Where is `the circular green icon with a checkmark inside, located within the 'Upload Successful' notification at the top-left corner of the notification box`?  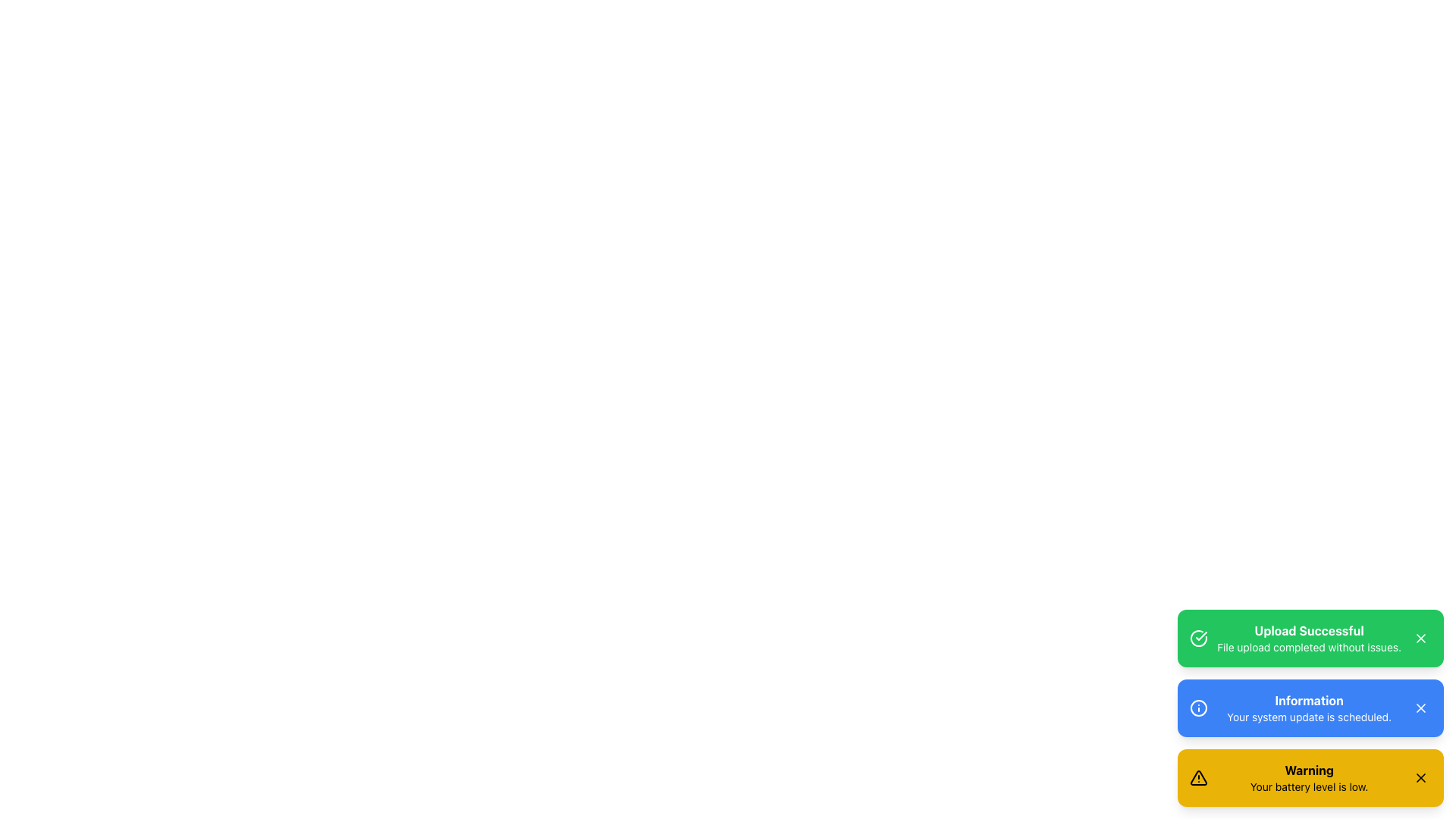 the circular green icon with a checkmark inside, located within the 'Upload Successful' notification at the top-left corner of the notification box is located at coordinates (1198, 638).